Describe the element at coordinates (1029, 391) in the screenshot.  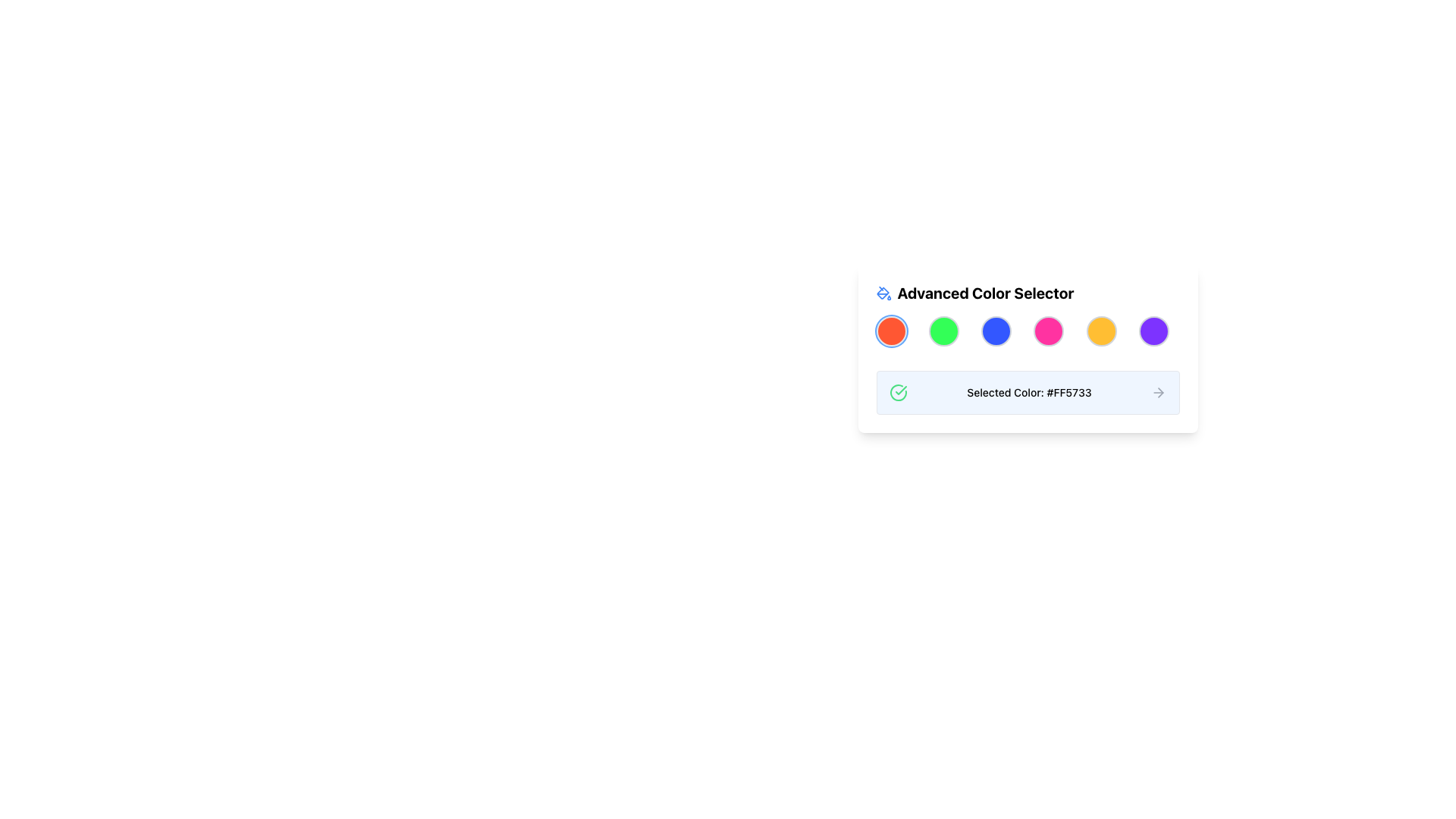
I see `displayed color information from the Text Label that shows 'Selected Color: #FF5733', located in the notification card with a light blue background` at that location.